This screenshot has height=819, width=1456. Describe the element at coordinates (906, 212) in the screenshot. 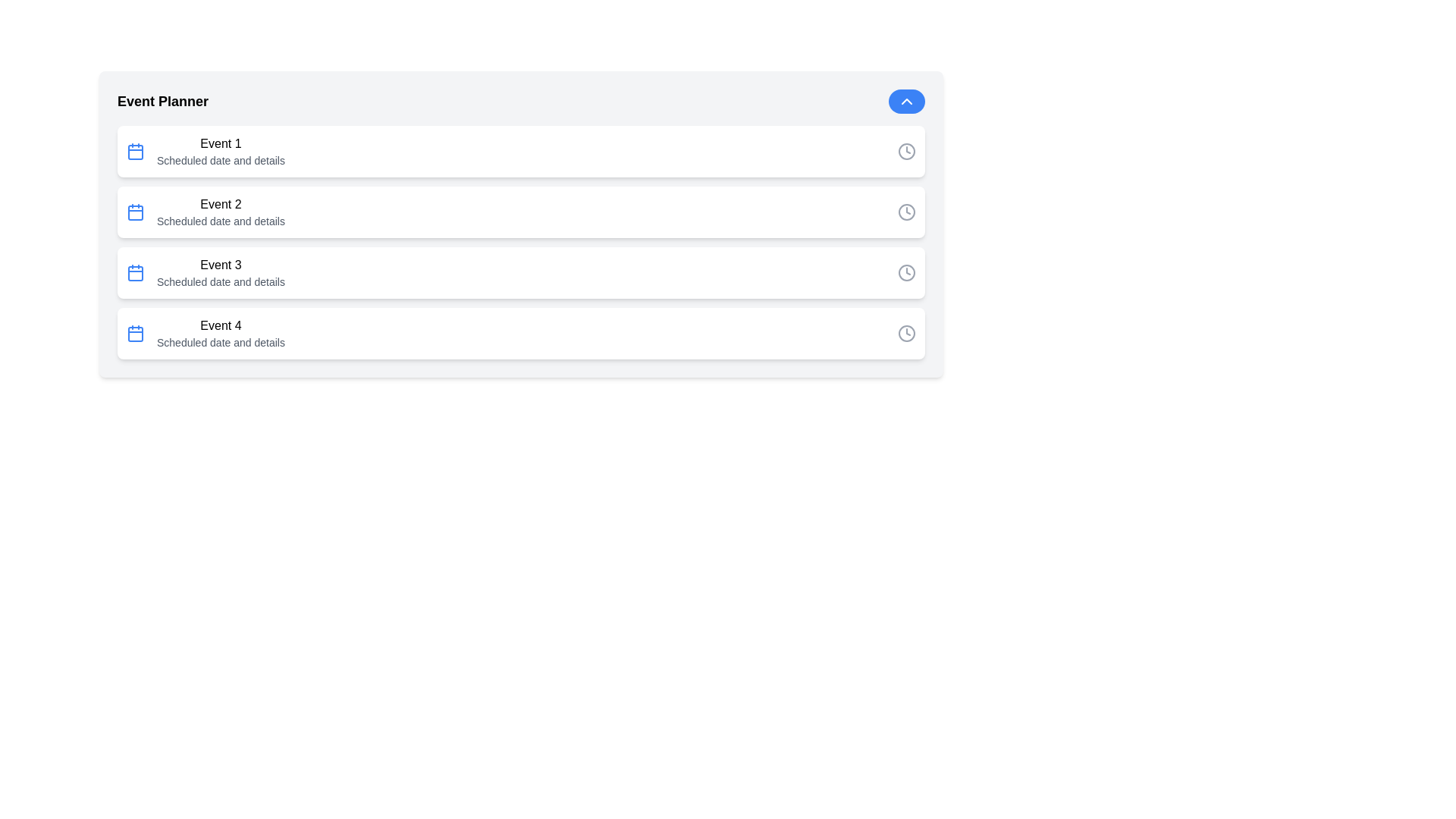

I see `the clock icon located in the second row labeled 'Event 2' of the Event Planner, which represents the scheduled time for the event` at that location.